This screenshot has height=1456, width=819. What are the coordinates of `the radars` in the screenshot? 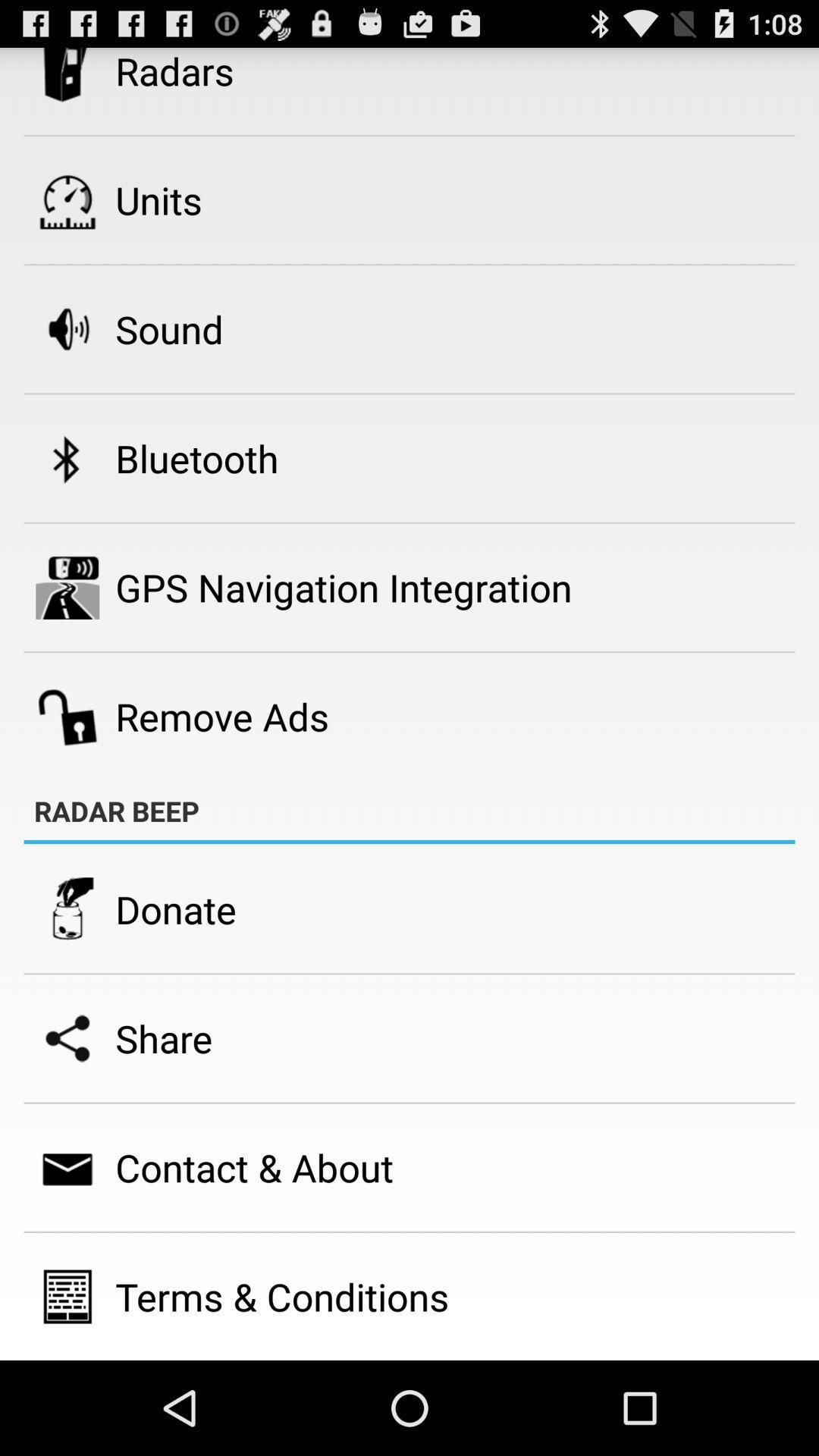 It's located at (174, 71).